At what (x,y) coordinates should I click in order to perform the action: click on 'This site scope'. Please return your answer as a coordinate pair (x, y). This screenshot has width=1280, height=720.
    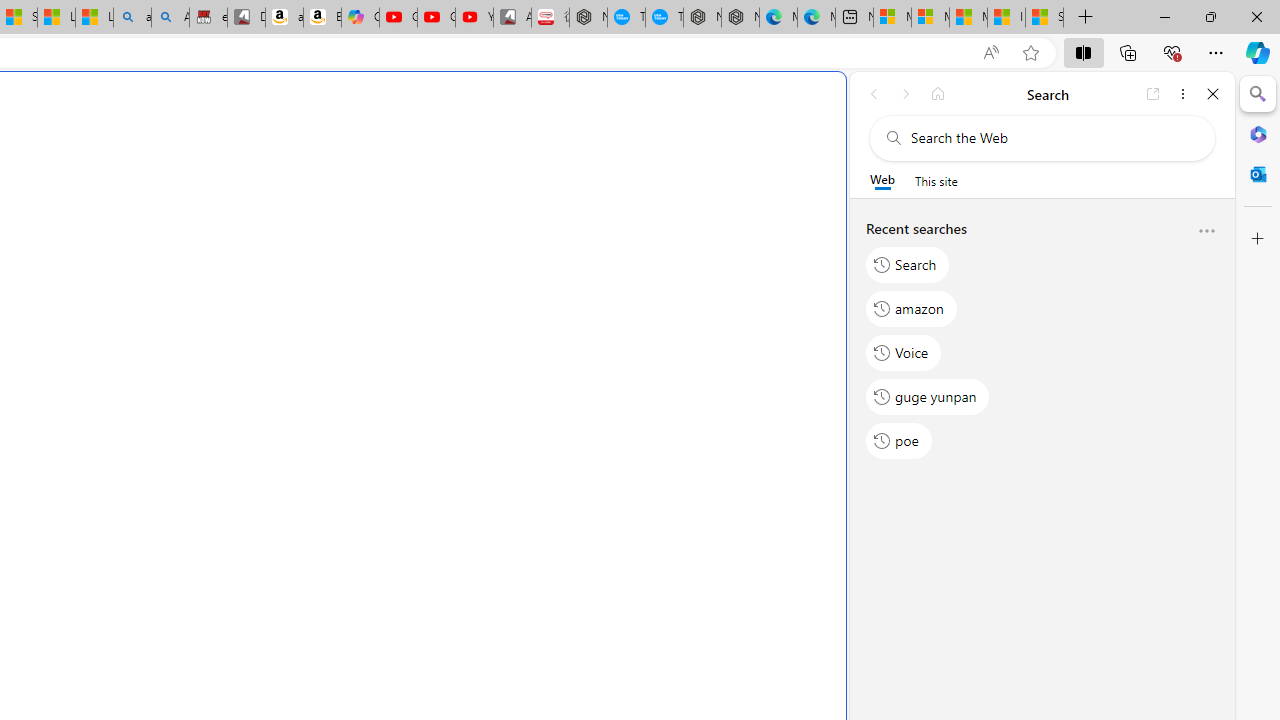
    Looking at the image, I should click on (935, 180).